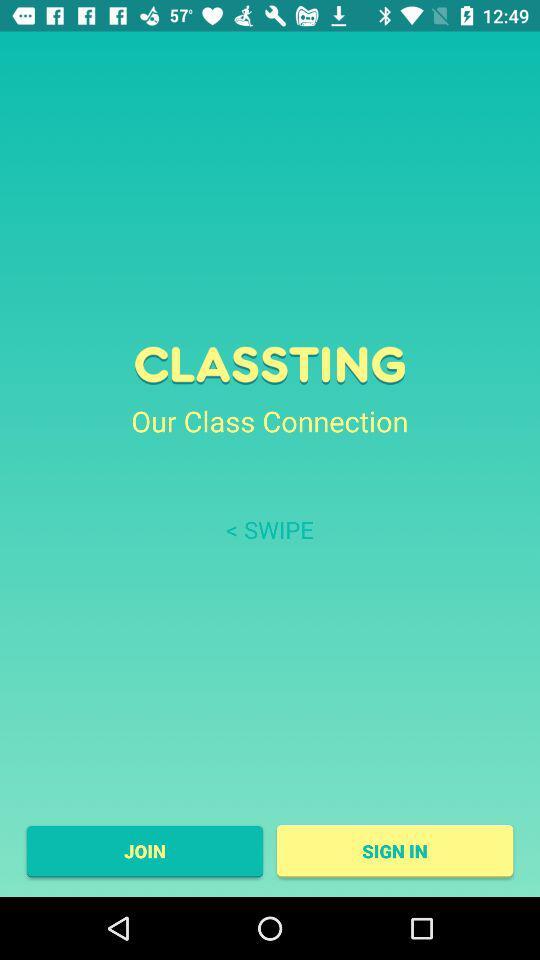 The image size is (540, 960). I want to click on icon next to the join item, so click(395, 850).